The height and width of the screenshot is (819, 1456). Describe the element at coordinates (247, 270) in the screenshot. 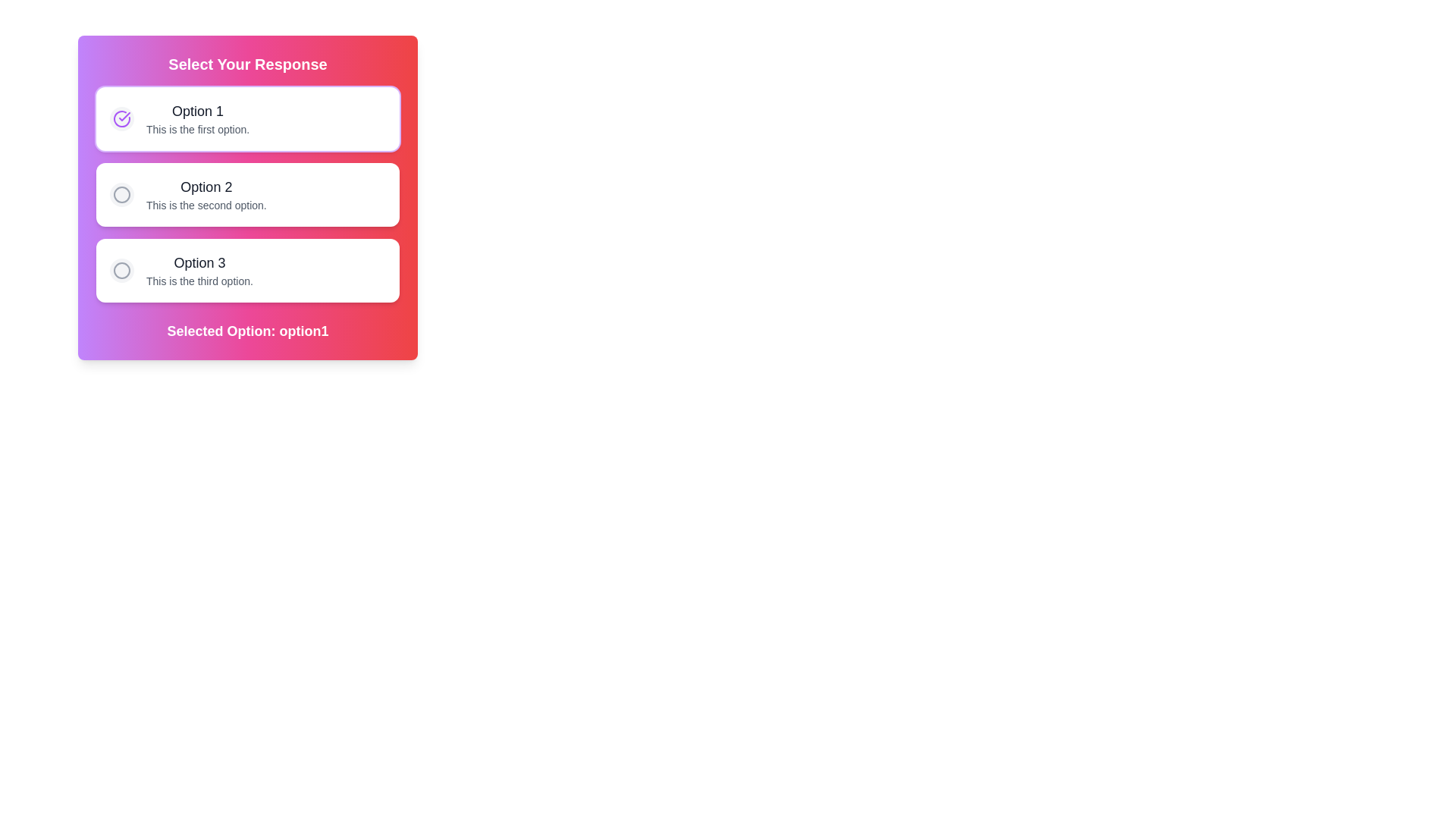

I see `the third selectable card option in the list` at that location.